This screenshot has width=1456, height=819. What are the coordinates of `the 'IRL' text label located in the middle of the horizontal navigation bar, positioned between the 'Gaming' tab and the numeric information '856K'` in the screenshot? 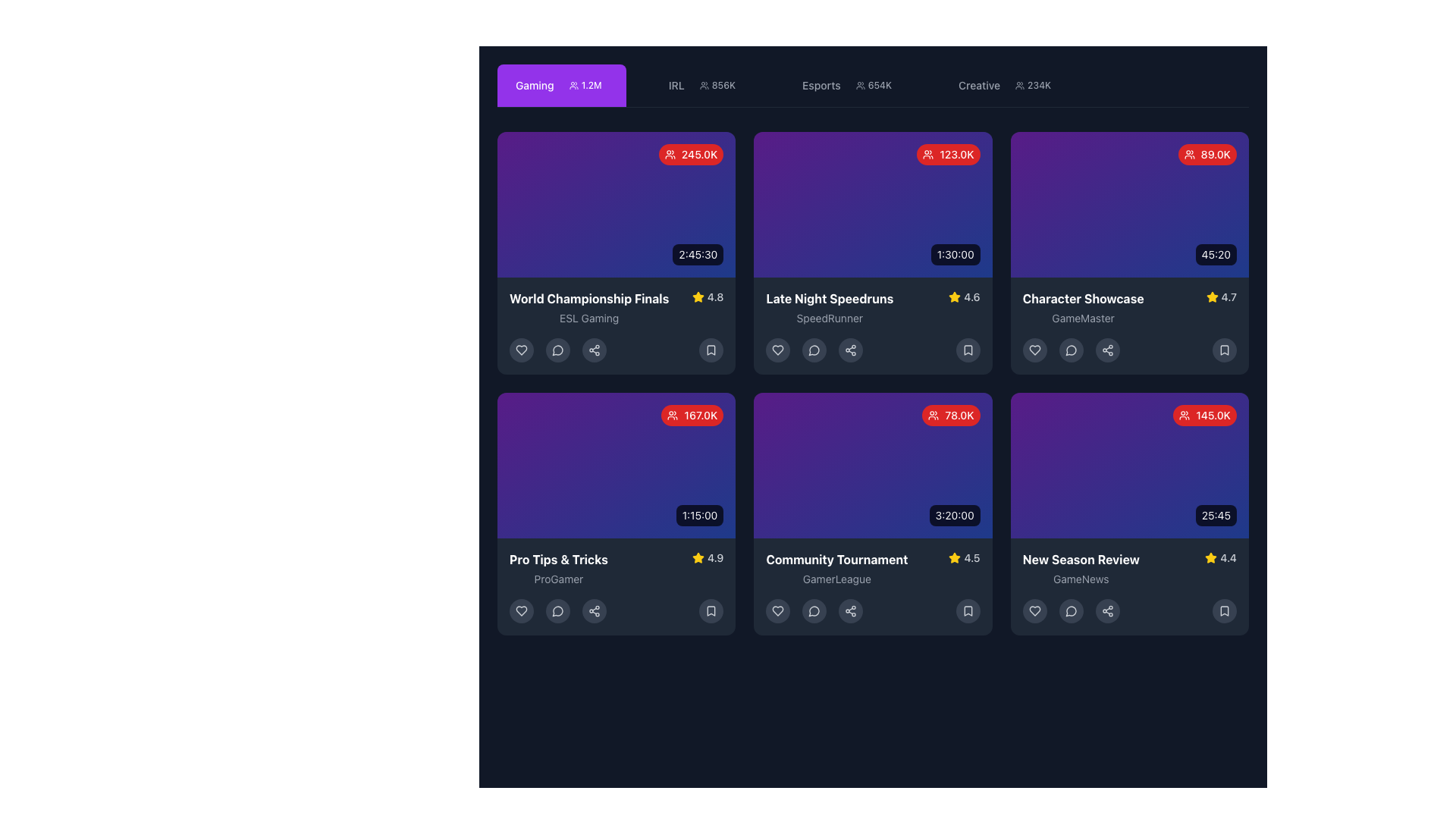 It's located at (676, 85).